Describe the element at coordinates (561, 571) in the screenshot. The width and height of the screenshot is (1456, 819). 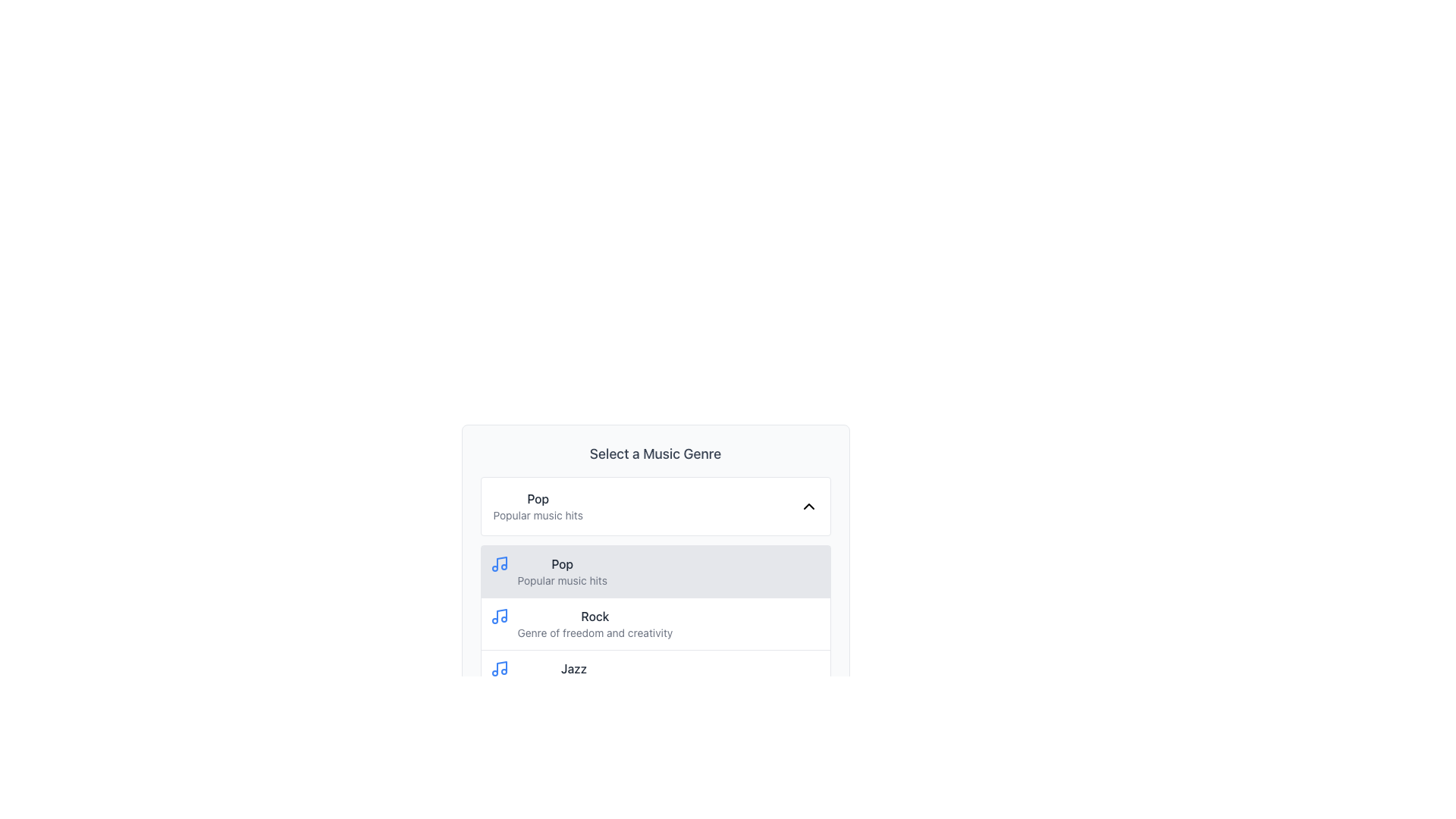
I see `the List Item displaying 'Pop' in bold text and 'Popular music hits' in smaller text` at that location.